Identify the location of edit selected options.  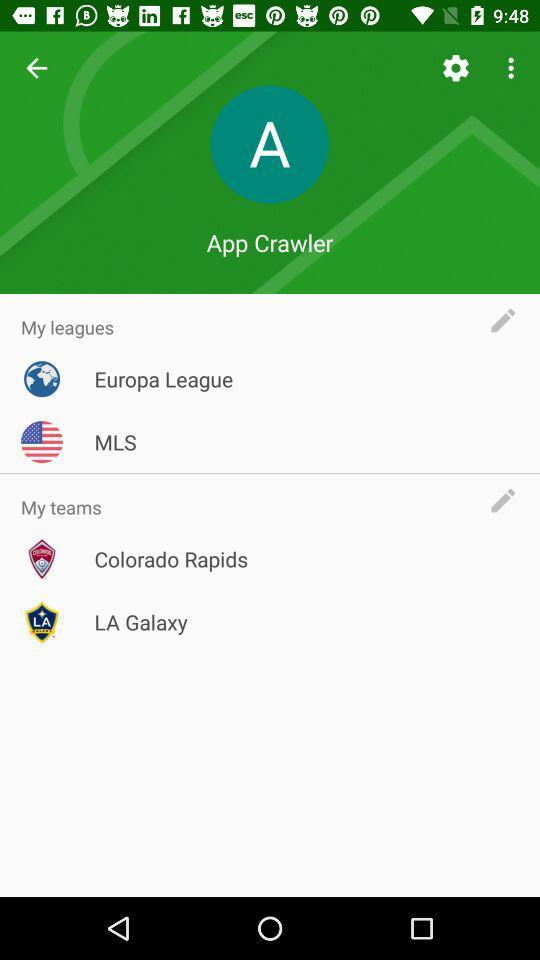
(508, 320).